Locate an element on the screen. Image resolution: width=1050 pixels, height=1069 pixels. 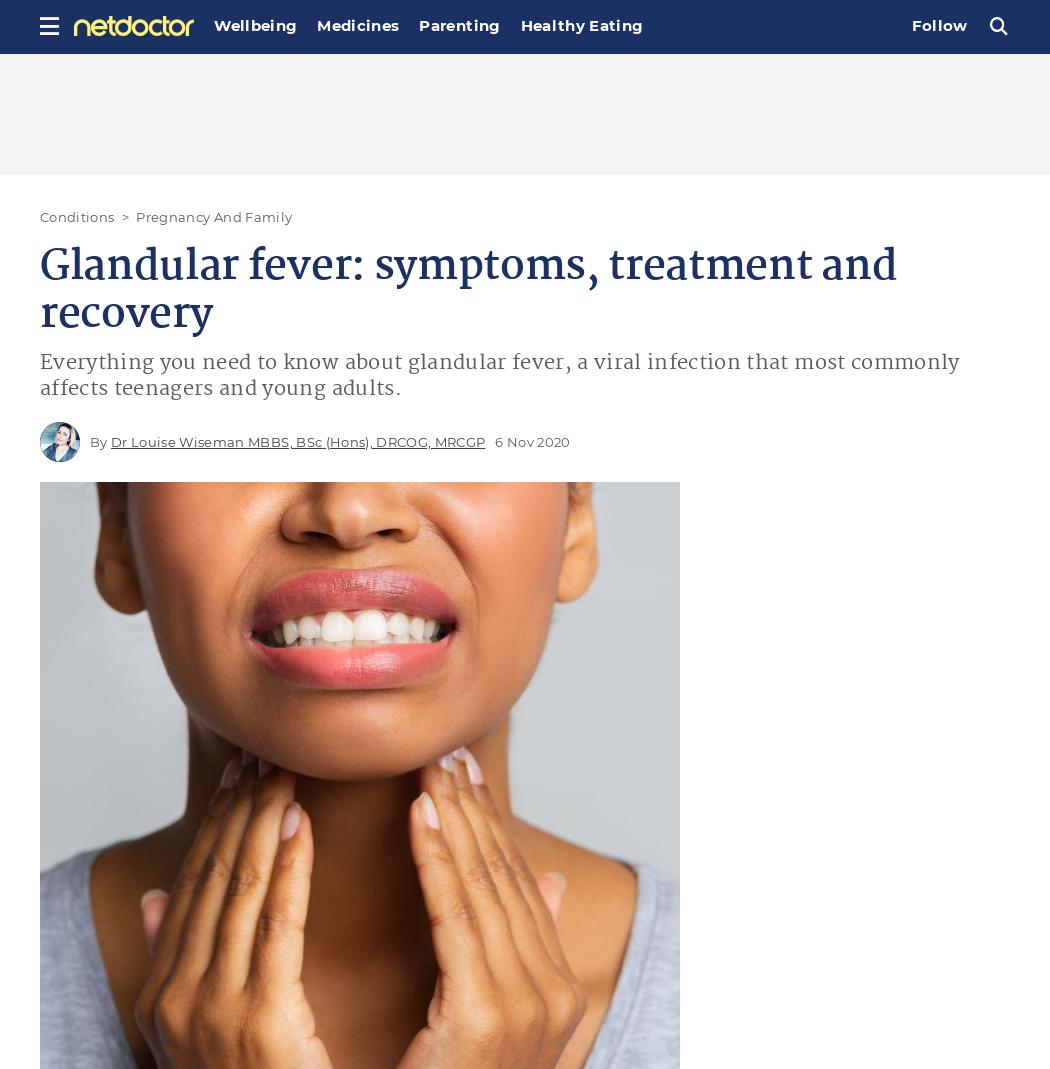
'Dr Louise Wiseman MBBS, BSc (Hons), DRCOG, MRCGP' is located at coordinates (296, 439).